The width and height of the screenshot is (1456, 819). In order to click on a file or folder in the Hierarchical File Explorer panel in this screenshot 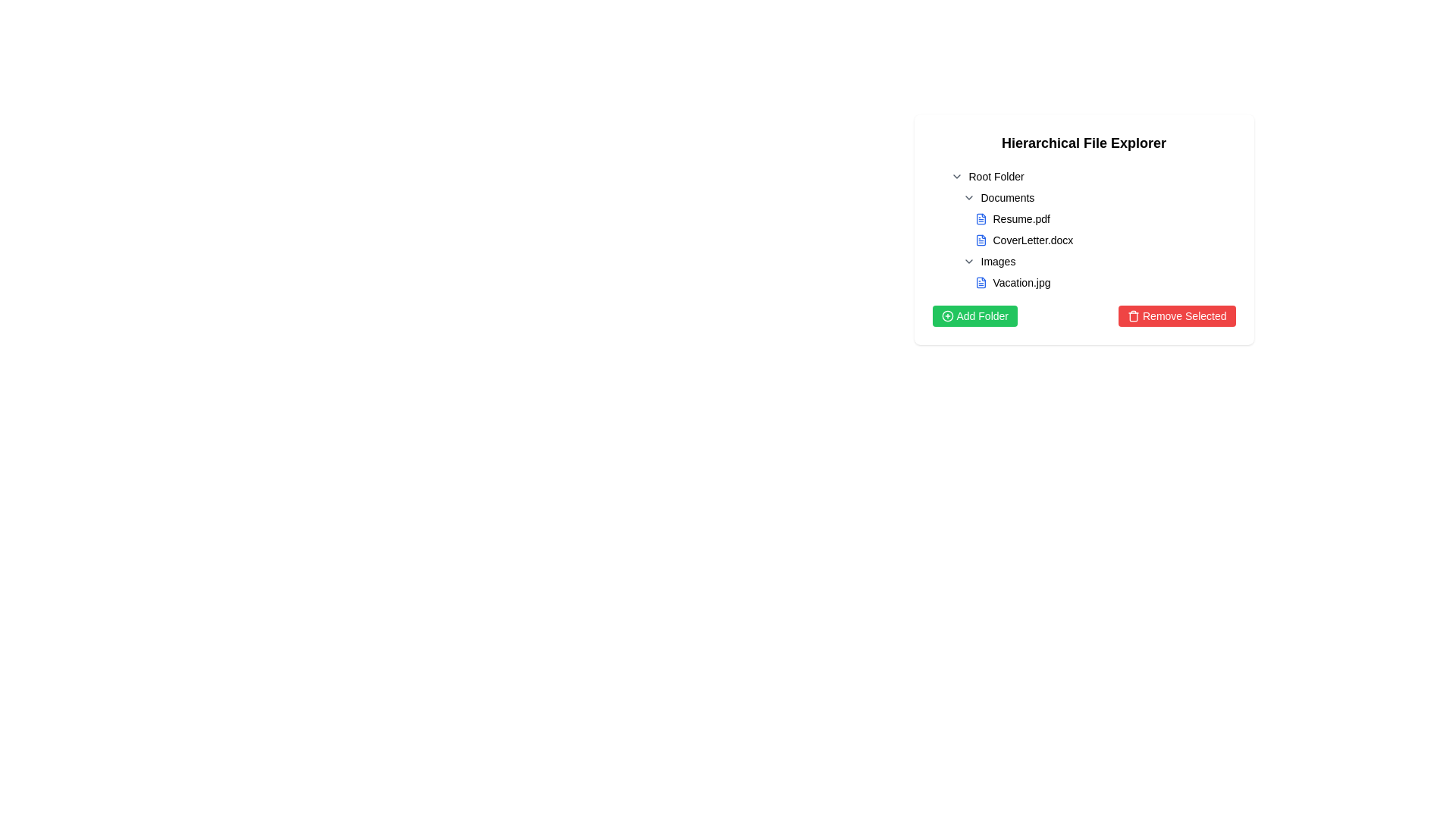, I will do `click(1083, 230)`.